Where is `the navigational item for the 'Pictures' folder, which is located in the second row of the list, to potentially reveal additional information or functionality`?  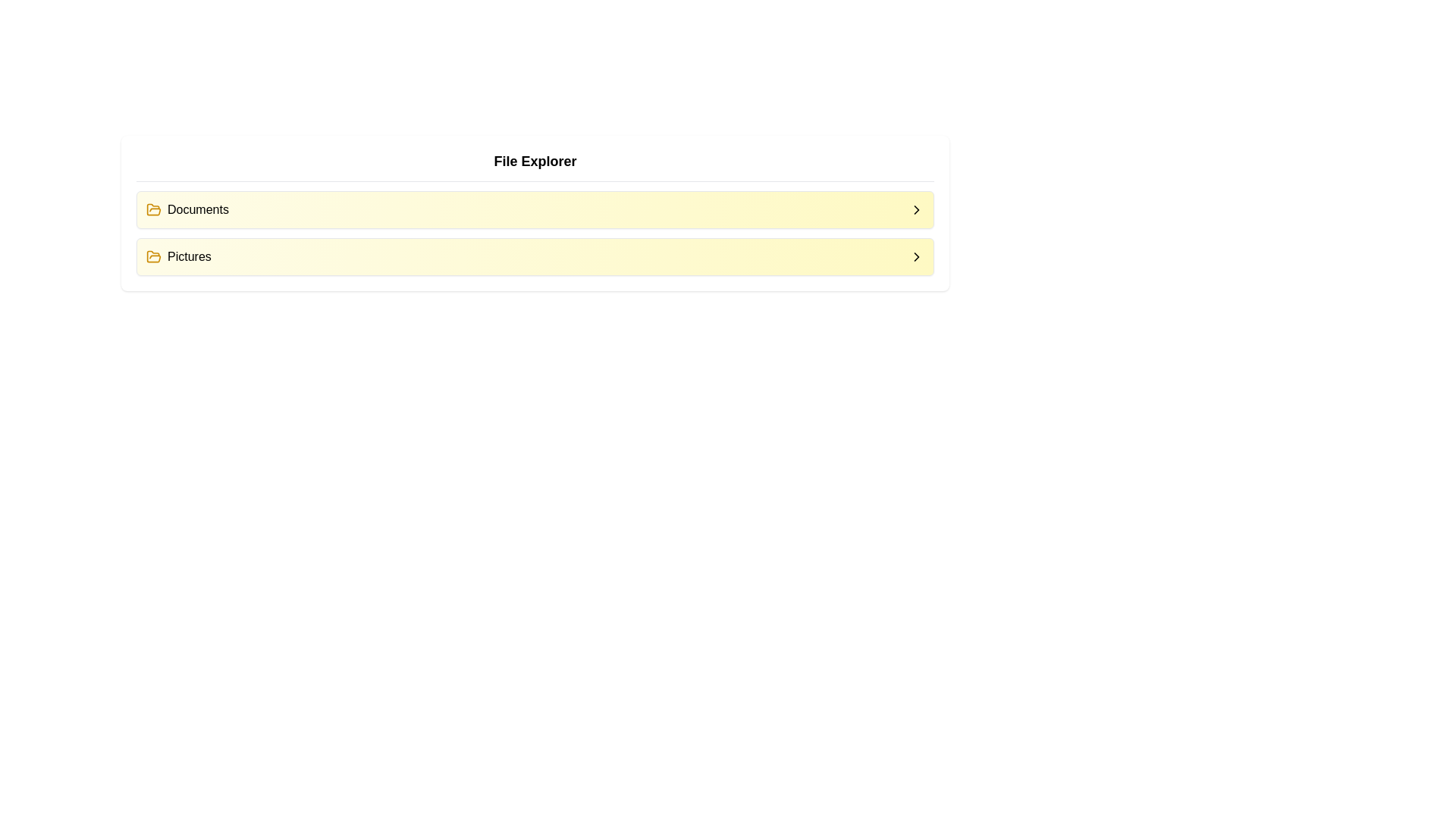 the navigational item for the 'Pictures' folder, which is located in the second row of the list, to potentially reveal additional information or functionality is located at coordinates (178, 256).